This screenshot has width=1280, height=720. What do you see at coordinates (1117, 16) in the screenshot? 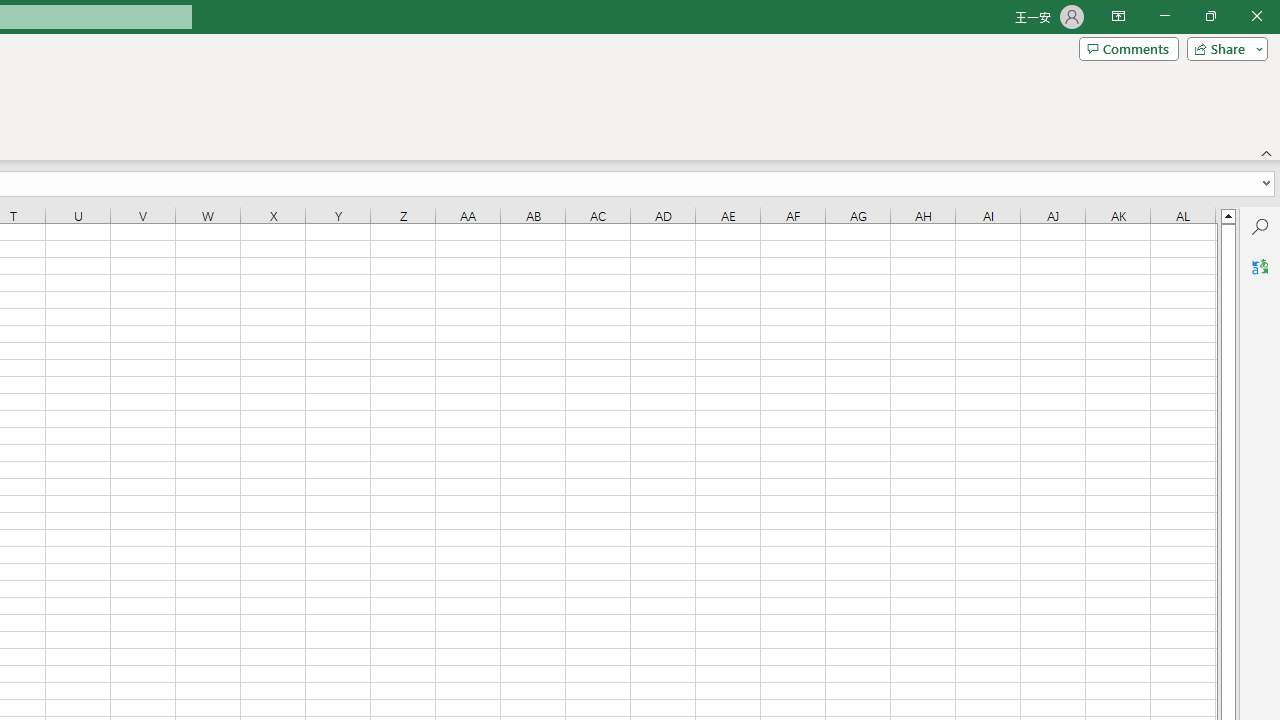
I see `'Ribbon Display Options'` at bounding box center [1117, 16].